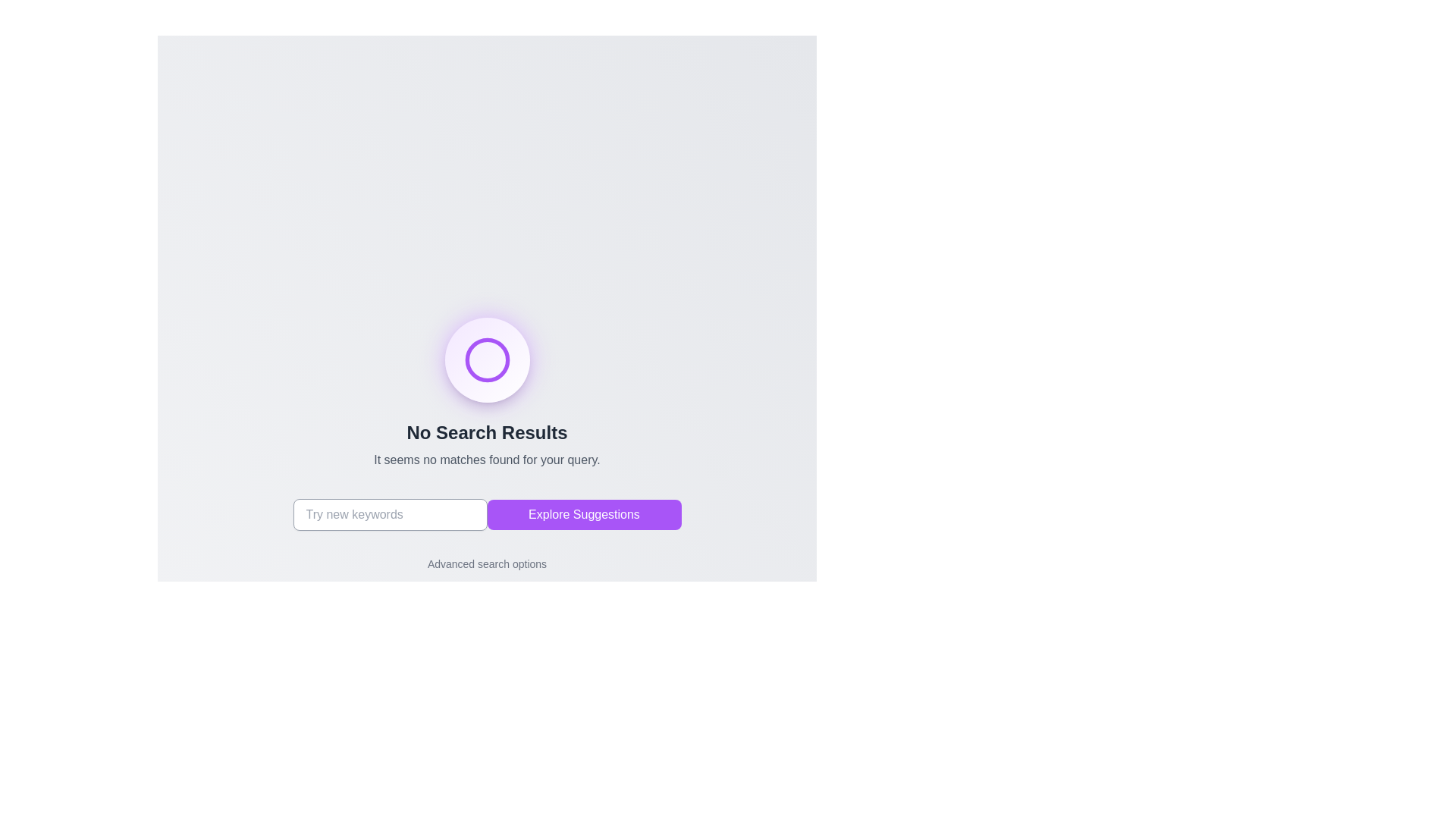 Image resolution: width=1456 pixels, height=819 pixels. What do you see at coordinates (487, 459) in the screenshot?
I see `the text label that reads 'It seems no matches found for your query.' which is displayed in a smaller, light gray font beneath the title 'No Search Results'` at bounding box center [487, 459].